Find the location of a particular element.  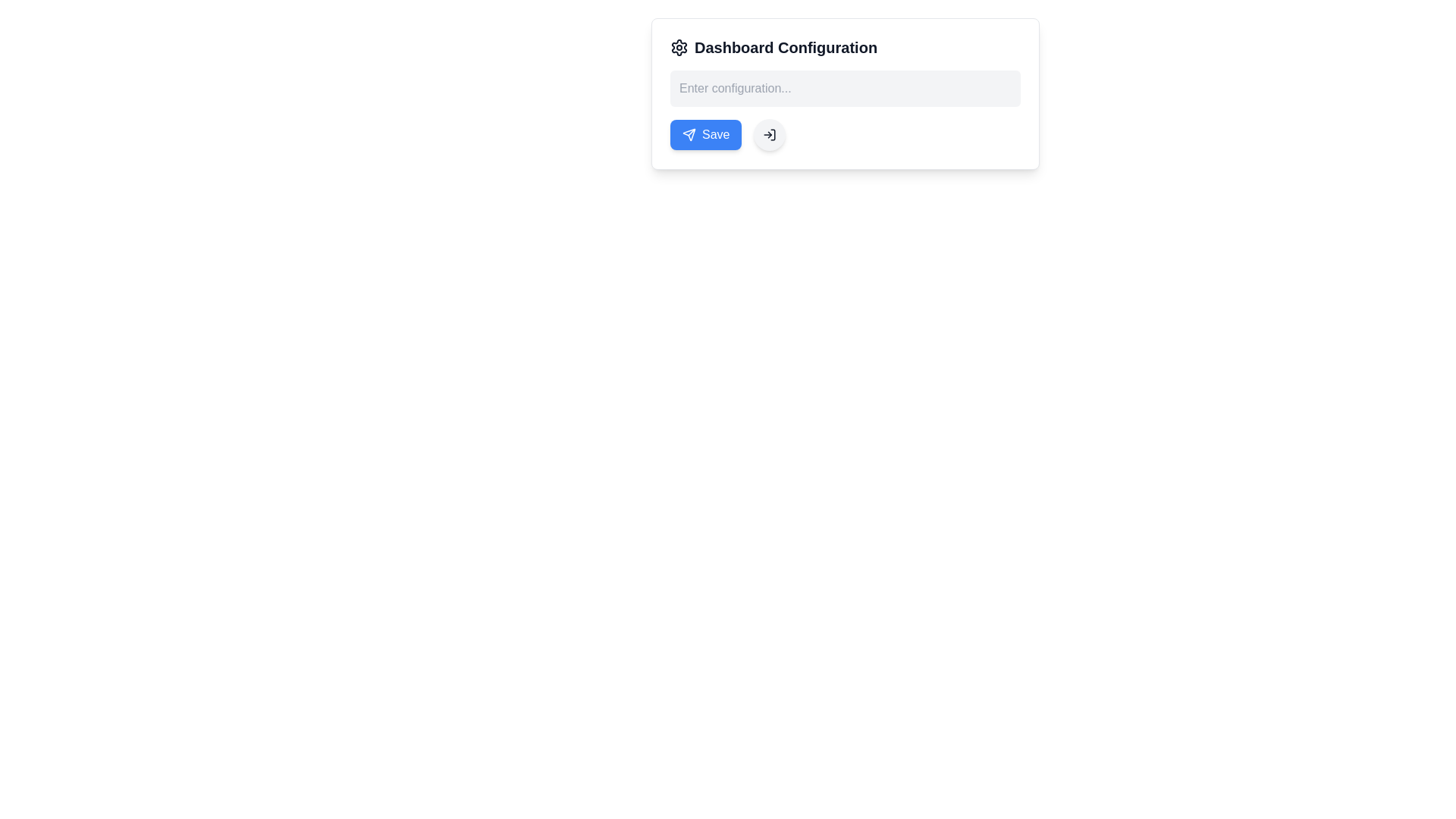

the blue 'Save' button with a paper plane icon is located at coordinates (705, 133).